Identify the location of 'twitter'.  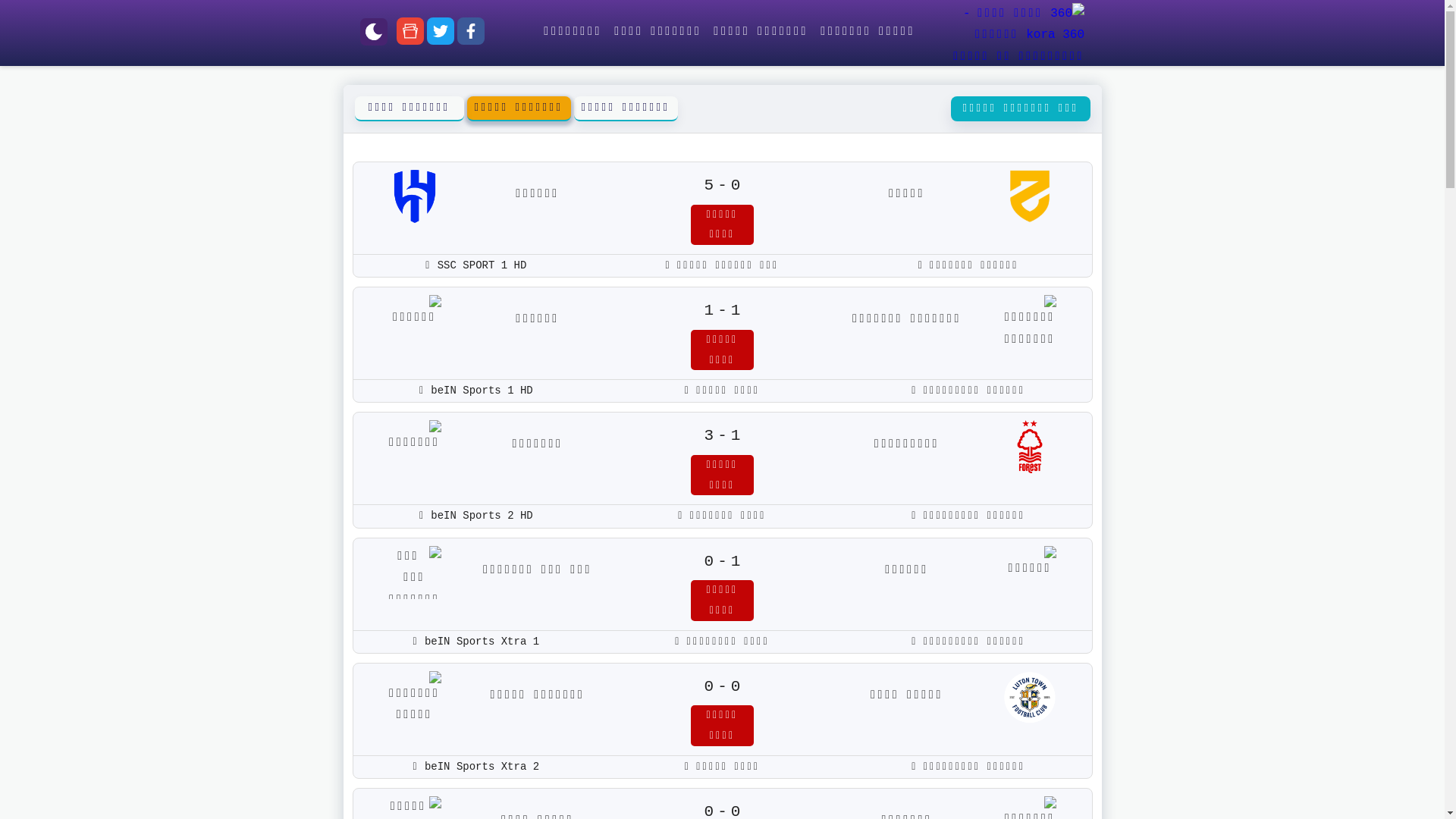
(439, 34).